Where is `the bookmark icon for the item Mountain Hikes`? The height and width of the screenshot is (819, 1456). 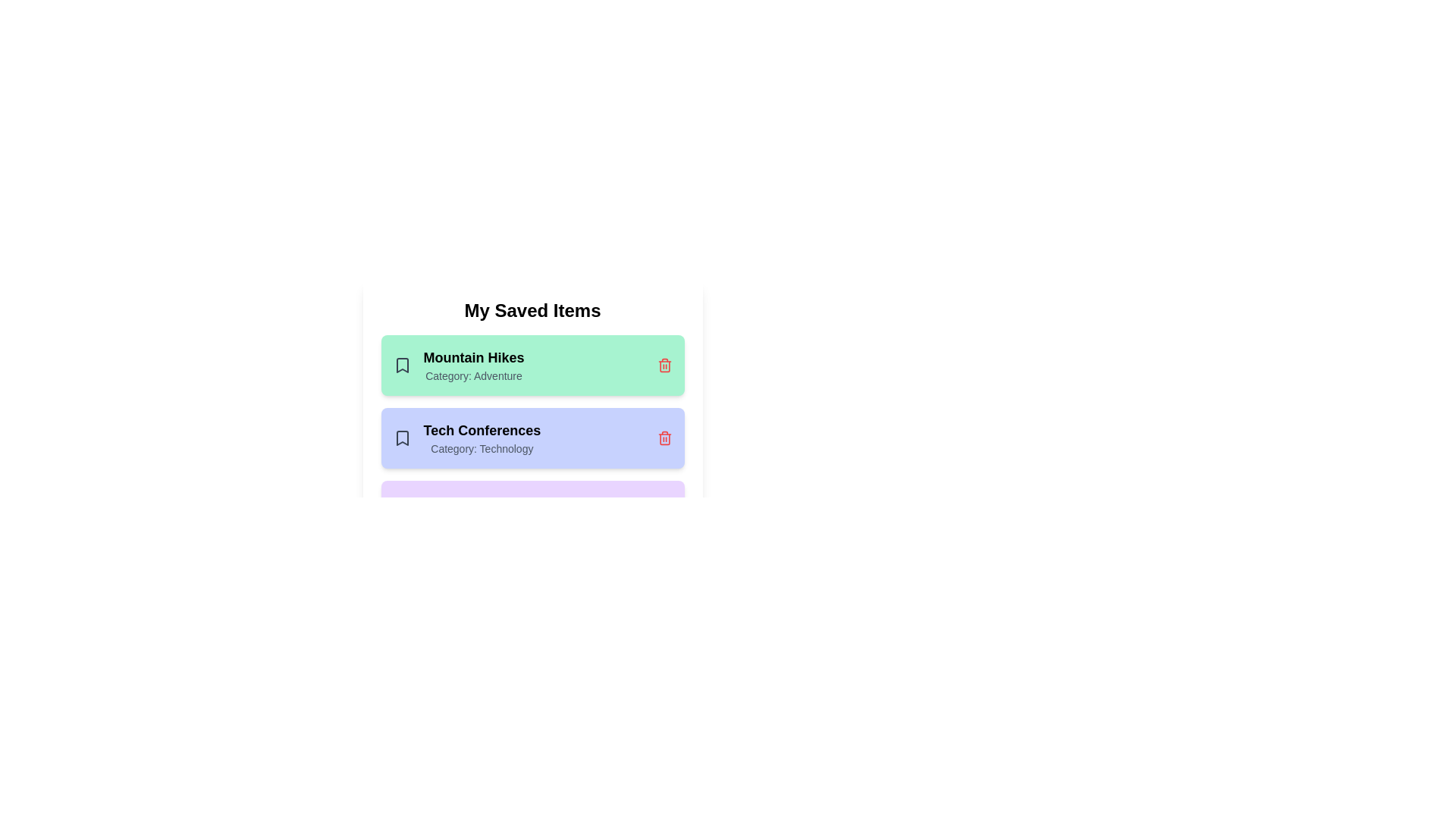
the bookmark icon for the item Mountain Hikes is located at coordinates (402, 366).